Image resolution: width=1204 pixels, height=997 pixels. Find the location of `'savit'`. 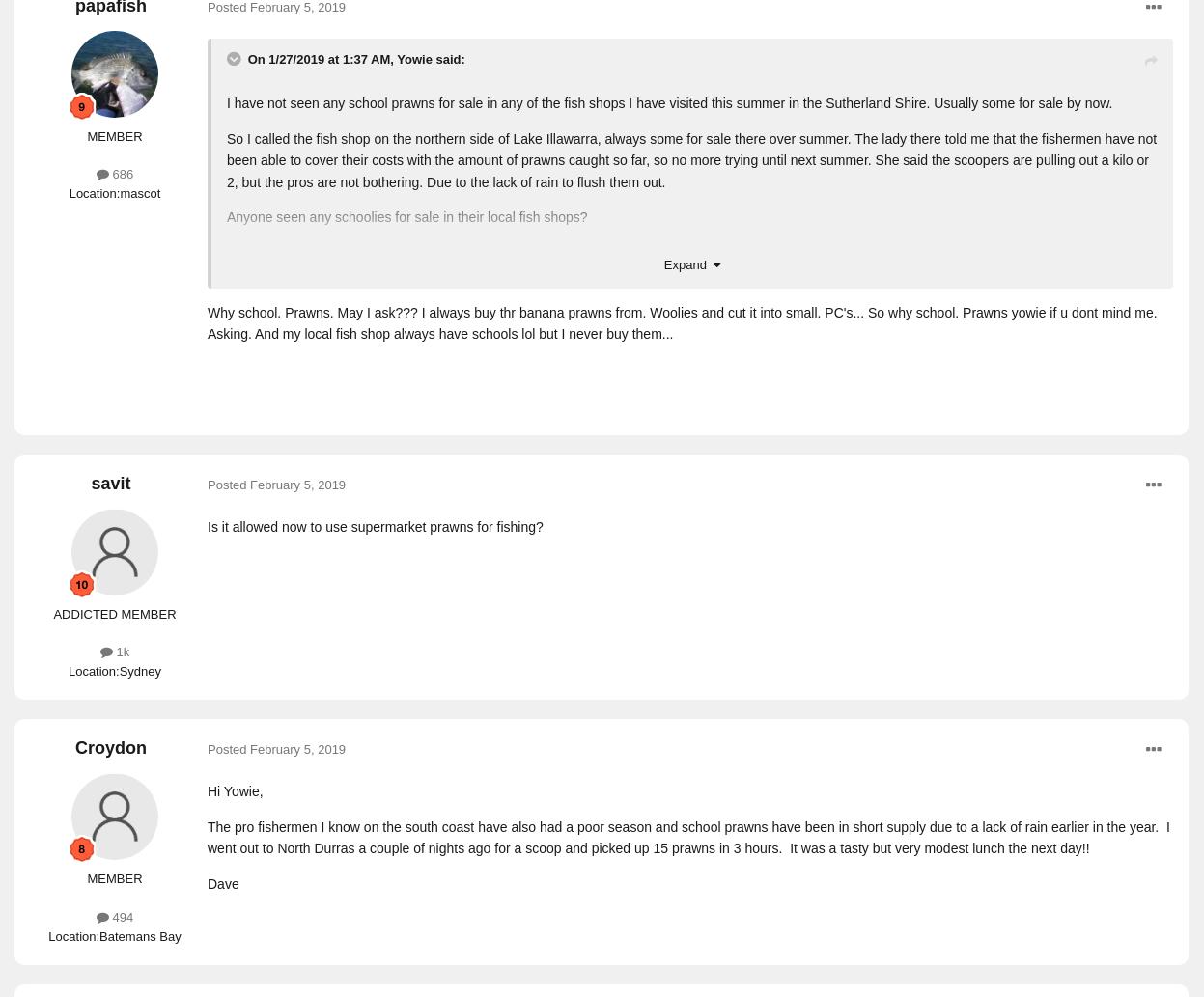

'savit' is located at coordinates (110, 482).